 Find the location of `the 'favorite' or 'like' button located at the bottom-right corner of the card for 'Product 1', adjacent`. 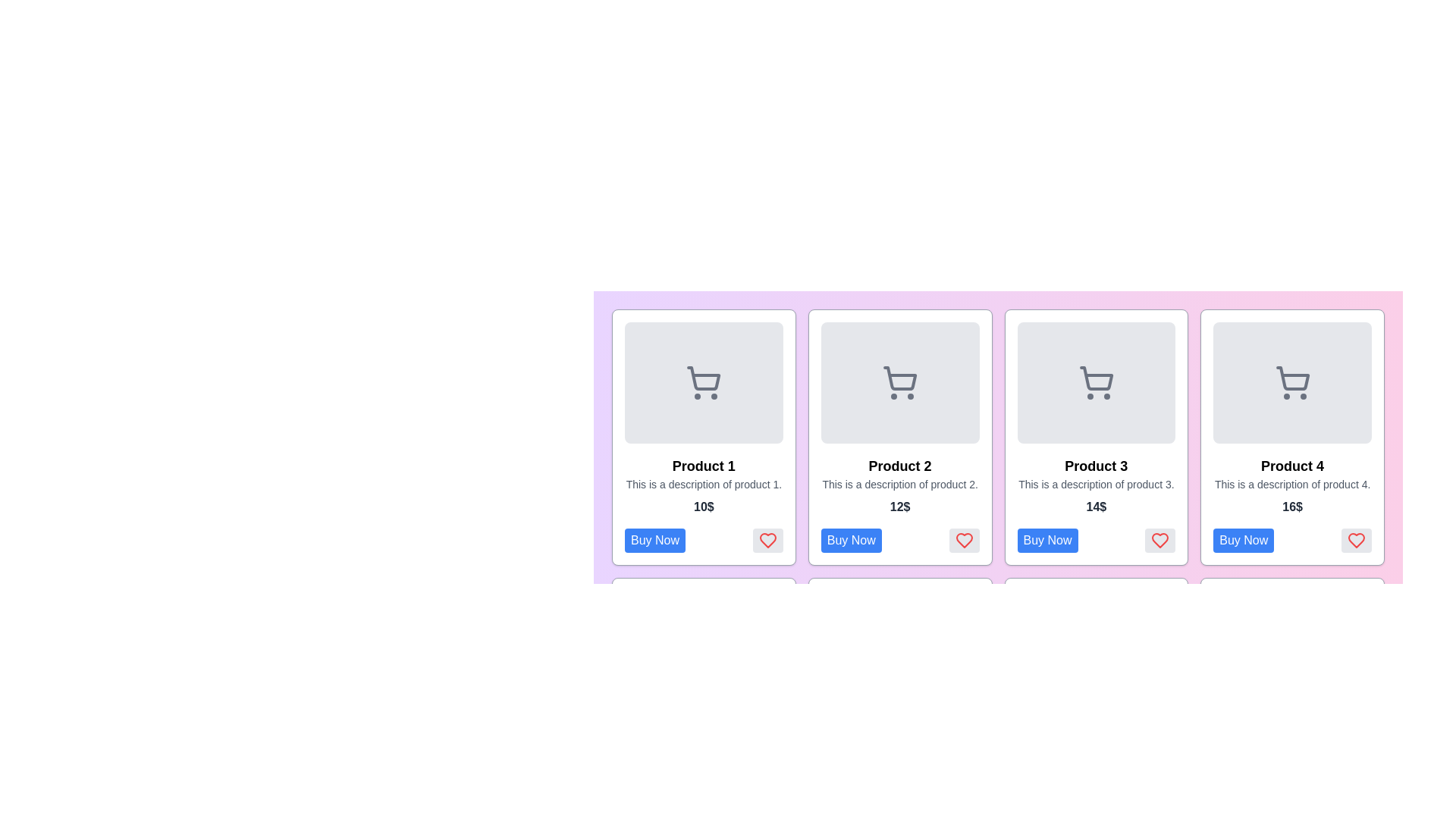

the 'favorite' or 'like' button located at the bottom-right corner of the card for 'Product 1', adjacent is located at coordinates (767, 540).